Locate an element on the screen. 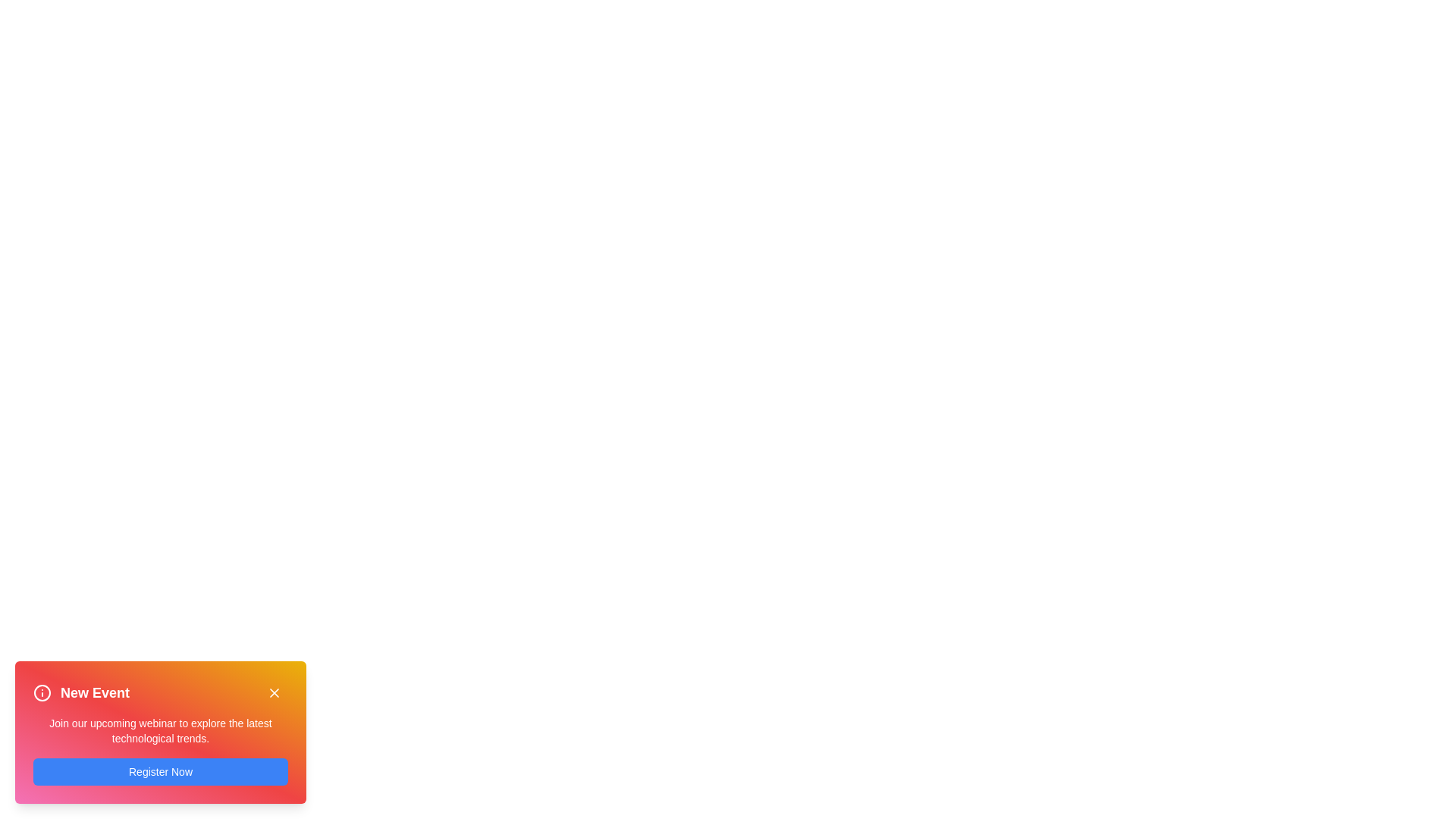 Image resolution: width=1456 pixels, height=819 pixels. the 'Register Now' button to register for the event is located at coordinates (160, 772).